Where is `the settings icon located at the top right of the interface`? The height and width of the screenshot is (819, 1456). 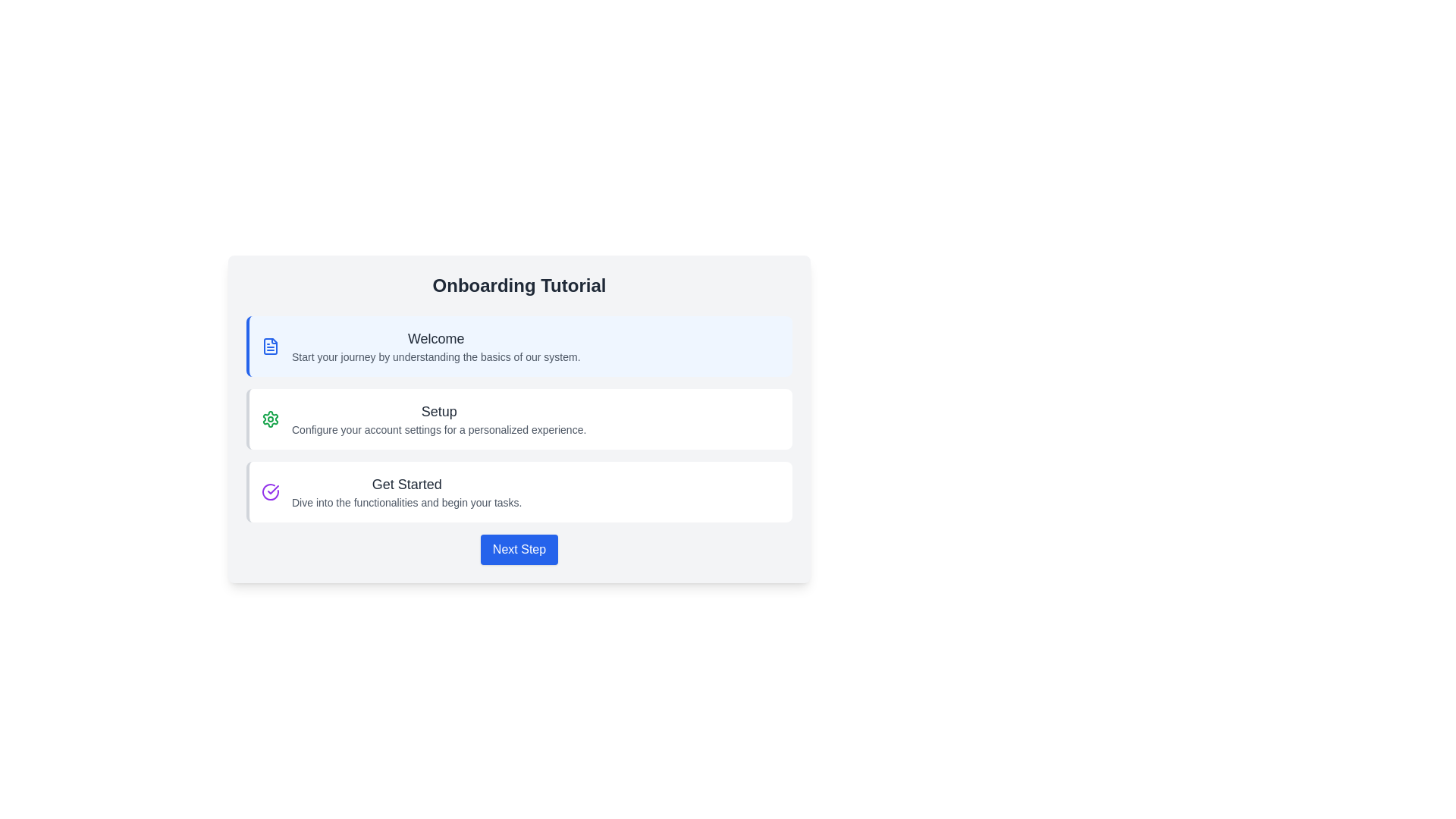
the settings icon located at the top right of the interface is located at coordinates (270, 419).